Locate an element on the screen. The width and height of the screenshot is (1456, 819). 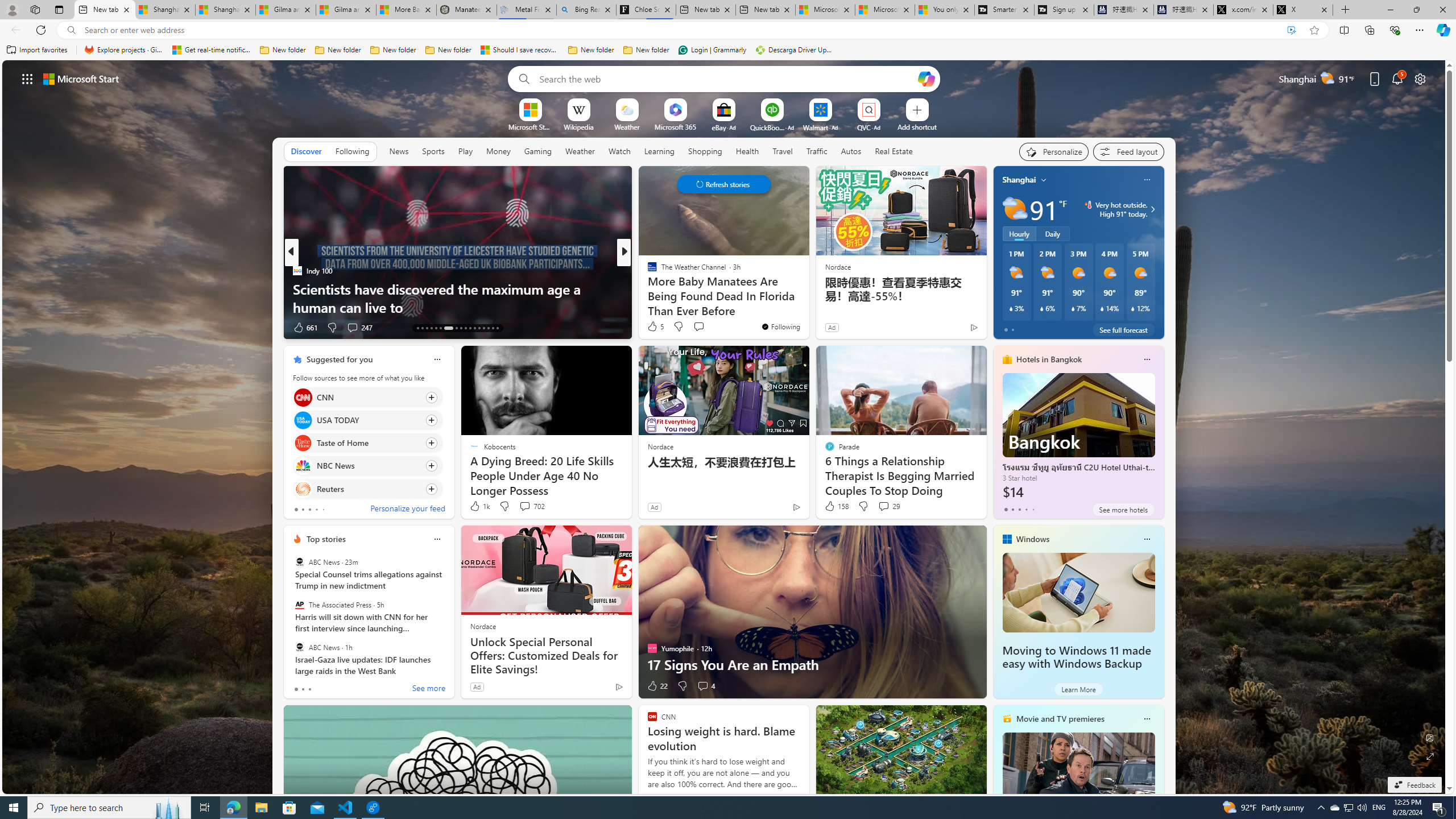
'Money' is located at coordinates (498, 151).